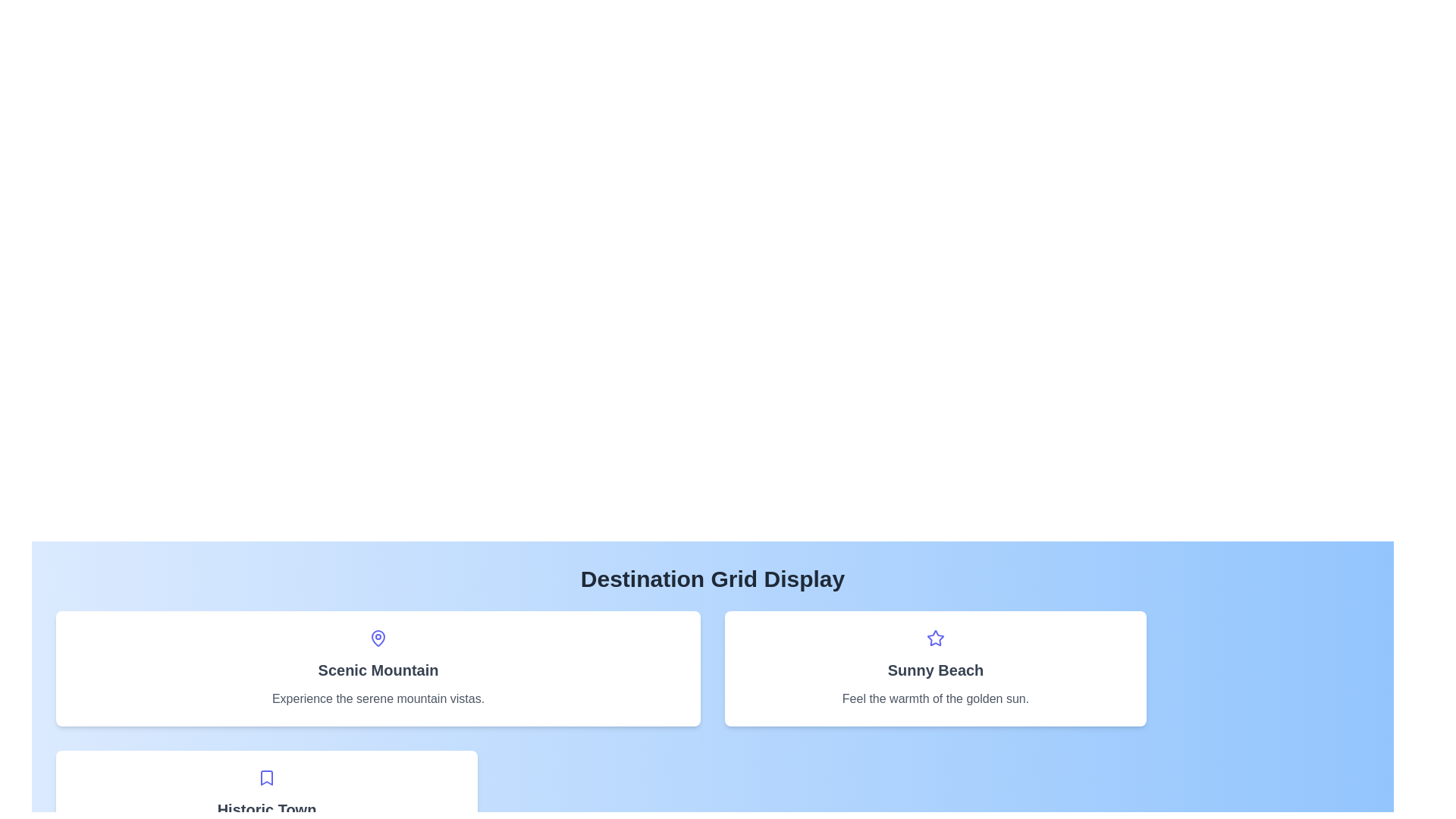 The height and width of the screenshot is (819, 1456). I want to click on the text label that contains 'Feel the warmth of the golden sun.' which is styled in gray color and is located below the title 'Sunny Beach', so click(934, 698).